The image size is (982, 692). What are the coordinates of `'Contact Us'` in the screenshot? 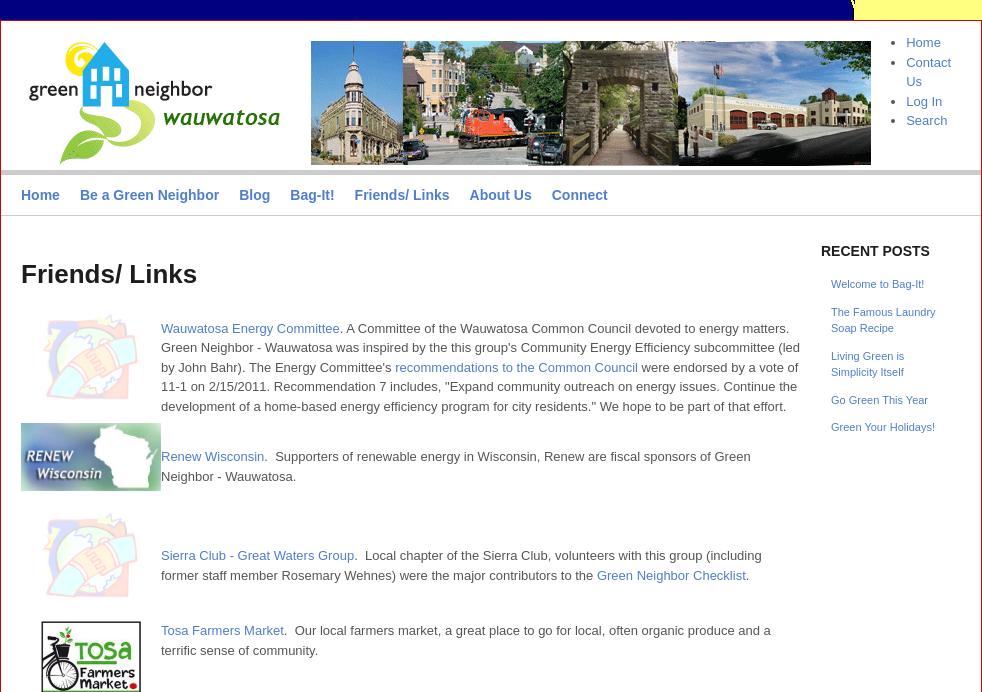 It's located at (928, 70).